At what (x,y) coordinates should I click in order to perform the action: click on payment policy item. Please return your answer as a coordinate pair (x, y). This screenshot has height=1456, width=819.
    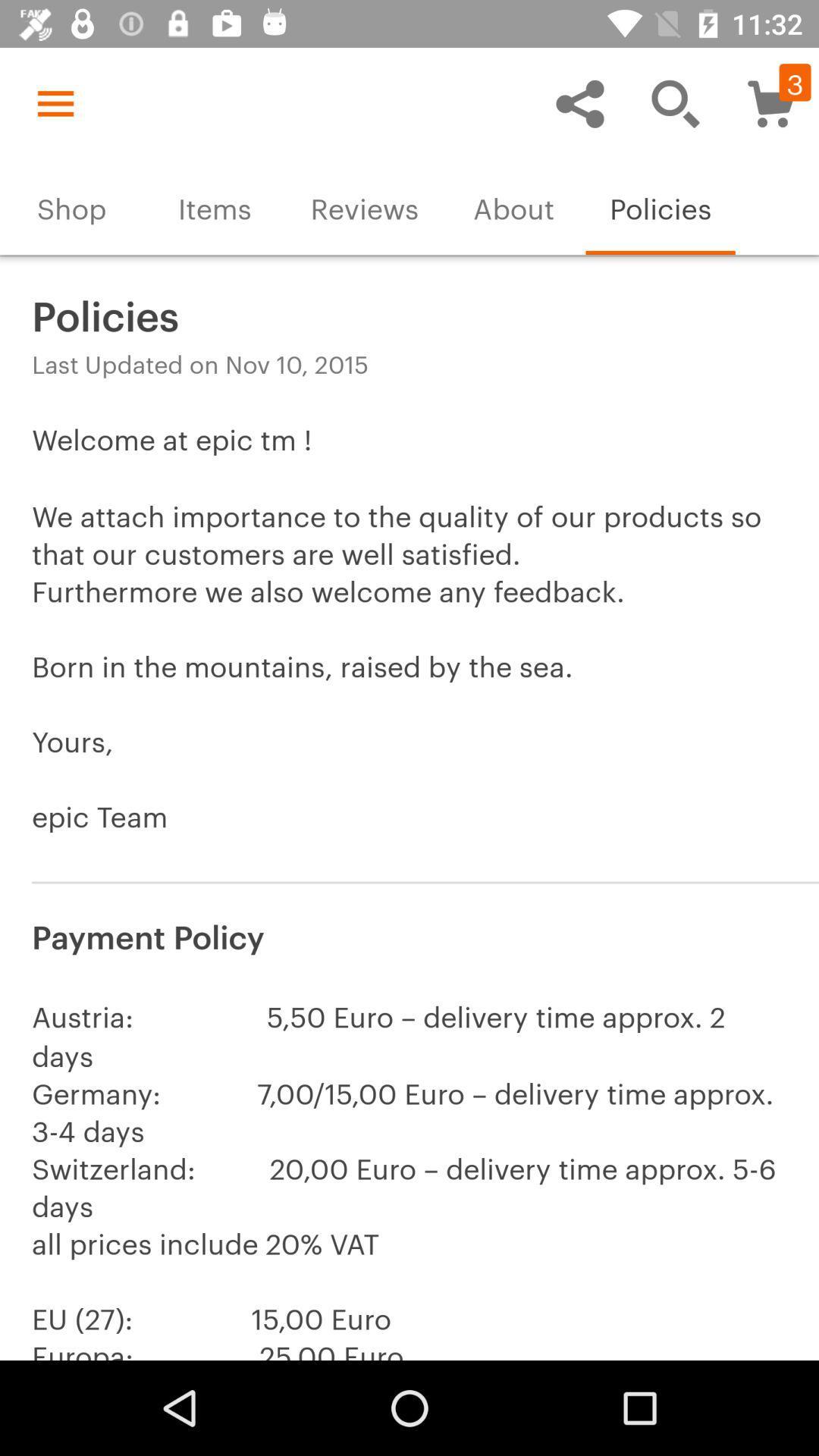
    Looking at the image, I should click on (409, 934).